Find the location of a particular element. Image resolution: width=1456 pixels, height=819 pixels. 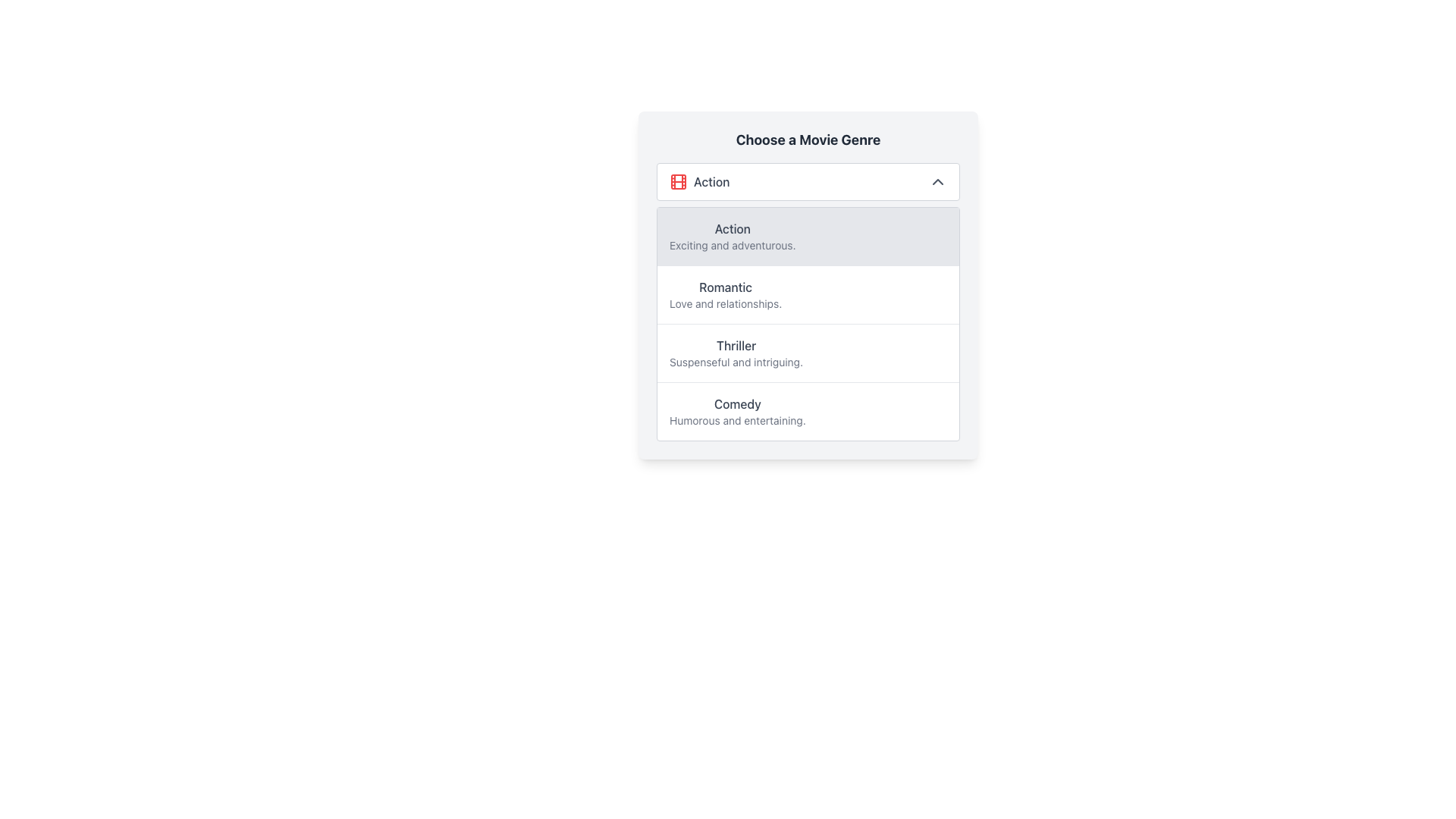

the text label displaying 'Exciting and adventurous.' located beneath the 'Action' heading is located at coordinates (733, 245).